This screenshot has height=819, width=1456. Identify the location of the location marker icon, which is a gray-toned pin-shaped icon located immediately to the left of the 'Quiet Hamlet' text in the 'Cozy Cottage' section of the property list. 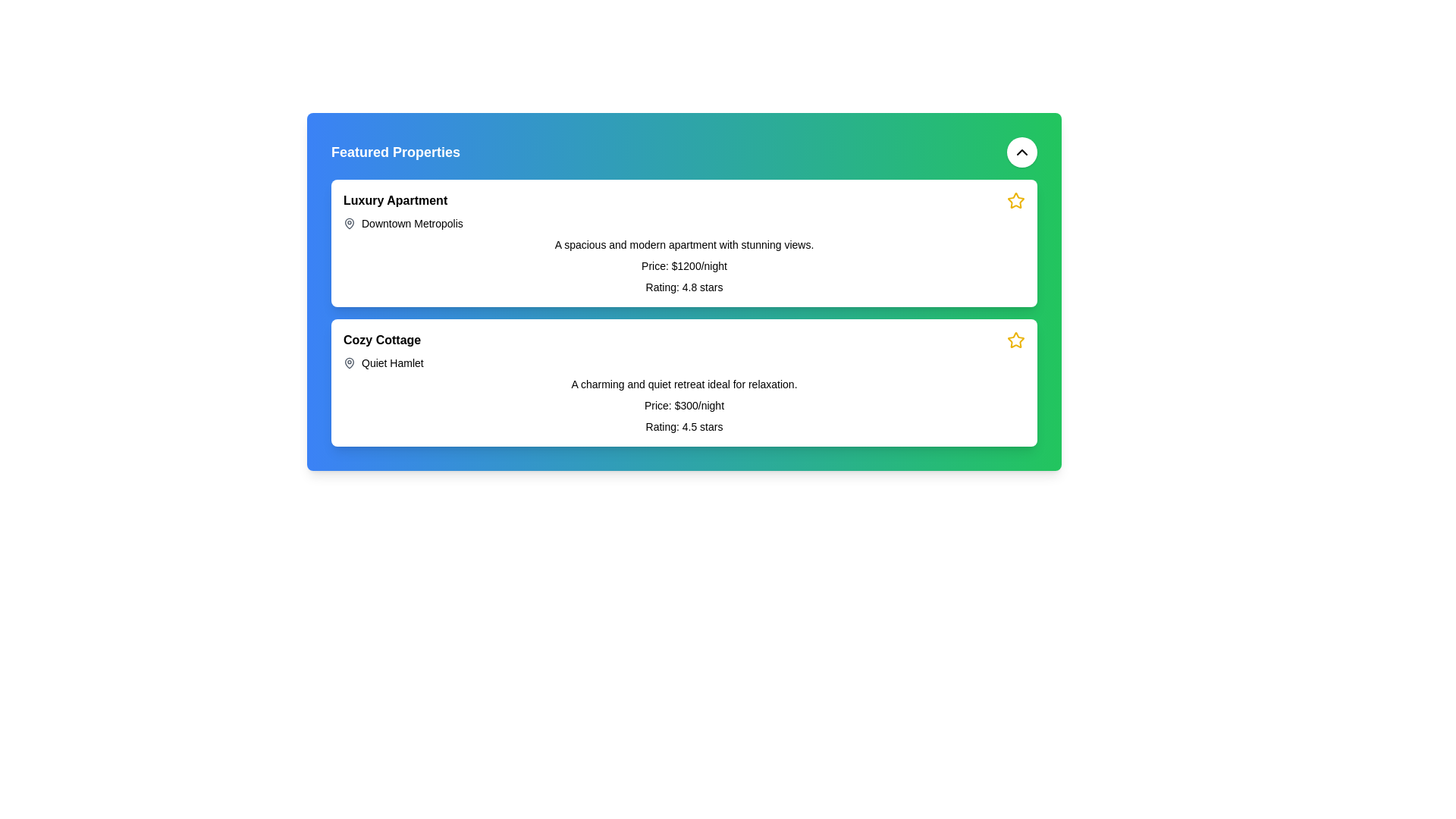
(348, 362).